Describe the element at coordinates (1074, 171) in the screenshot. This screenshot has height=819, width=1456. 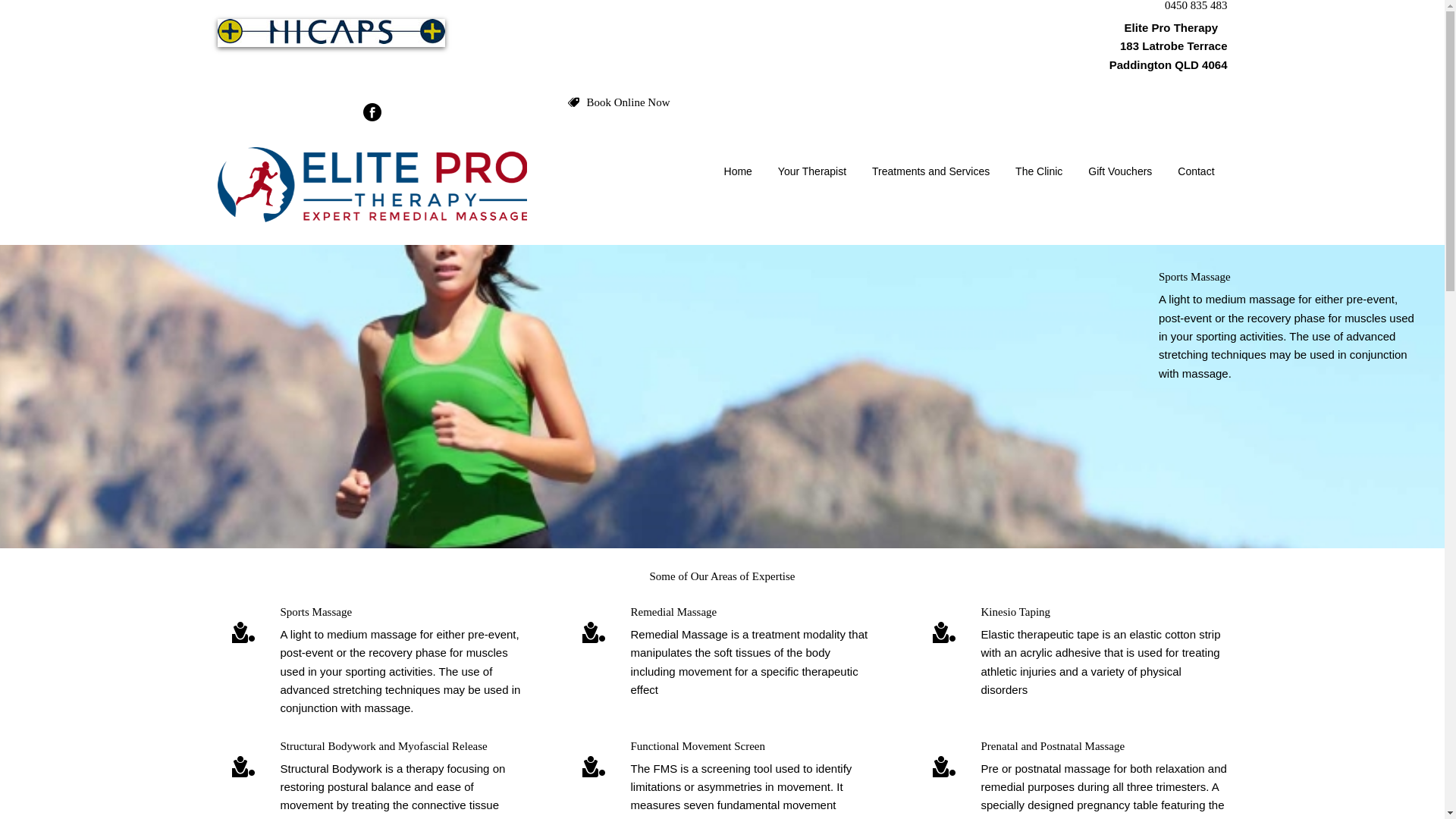
I see `'Gift Vouchers'` at that location.